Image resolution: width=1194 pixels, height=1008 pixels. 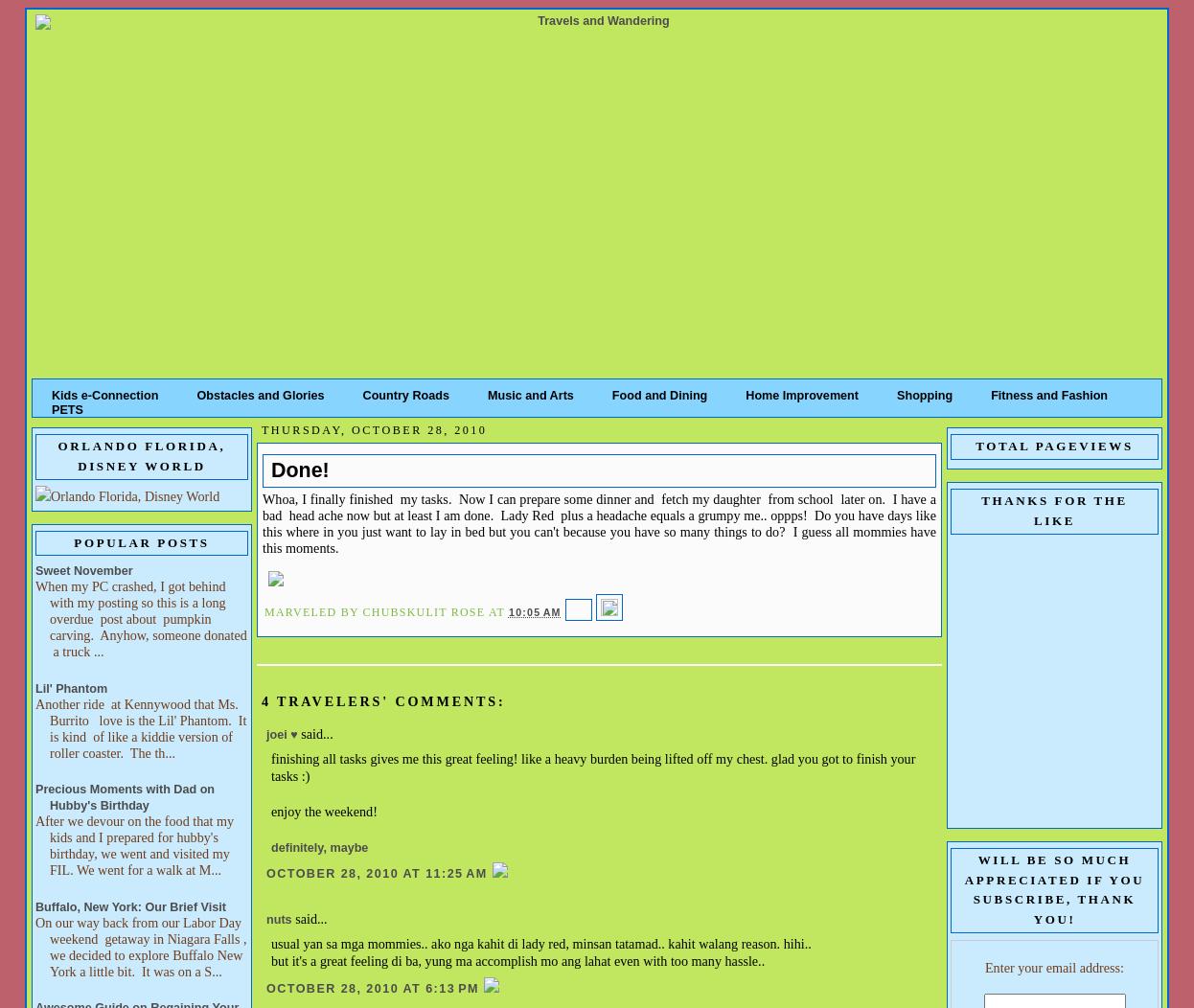 What do you see at coordinates (141, 946) in the screenshot?
I see `'On our way back from our Labor Day weekend  getaway in Niagara Falls , we decided to explore Buffalo New York a little bit.  It was on a S...'` at bounding box center [141, 946].